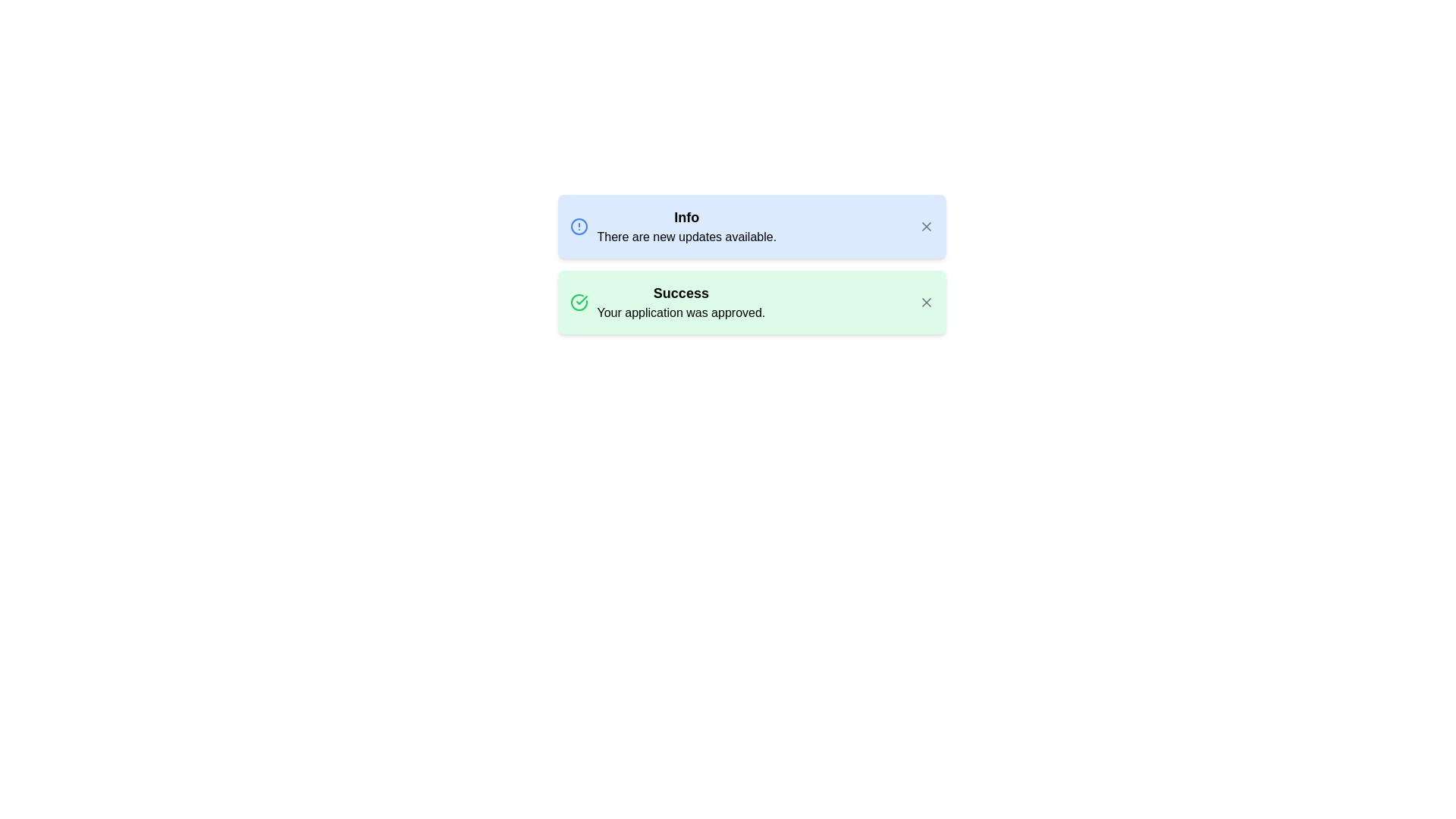  Describe the element at coordinates (578, 227) in the screenshot. I see `the Informational Icon located adjacent to the left side of the 'Info' text within the alert box with a blue background` at that location.